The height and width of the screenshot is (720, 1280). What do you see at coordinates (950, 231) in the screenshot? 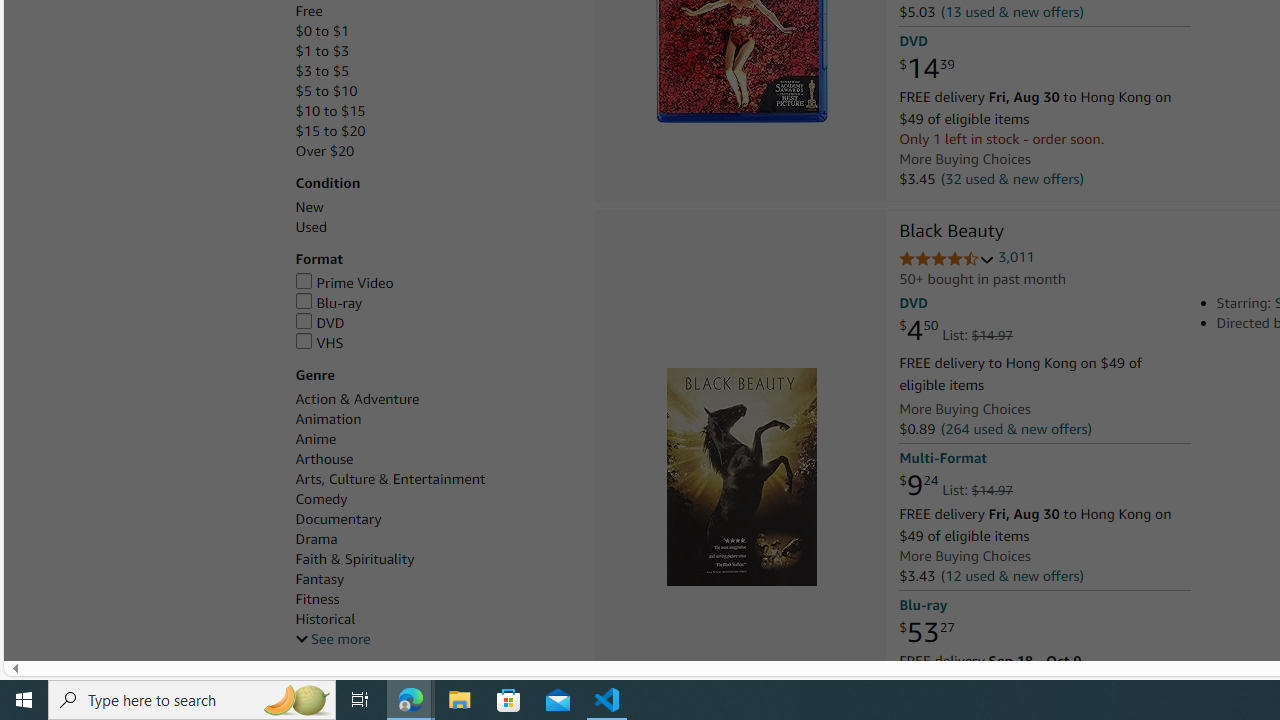
I see `'Black Beauty'` at bounding box center [950, 231].